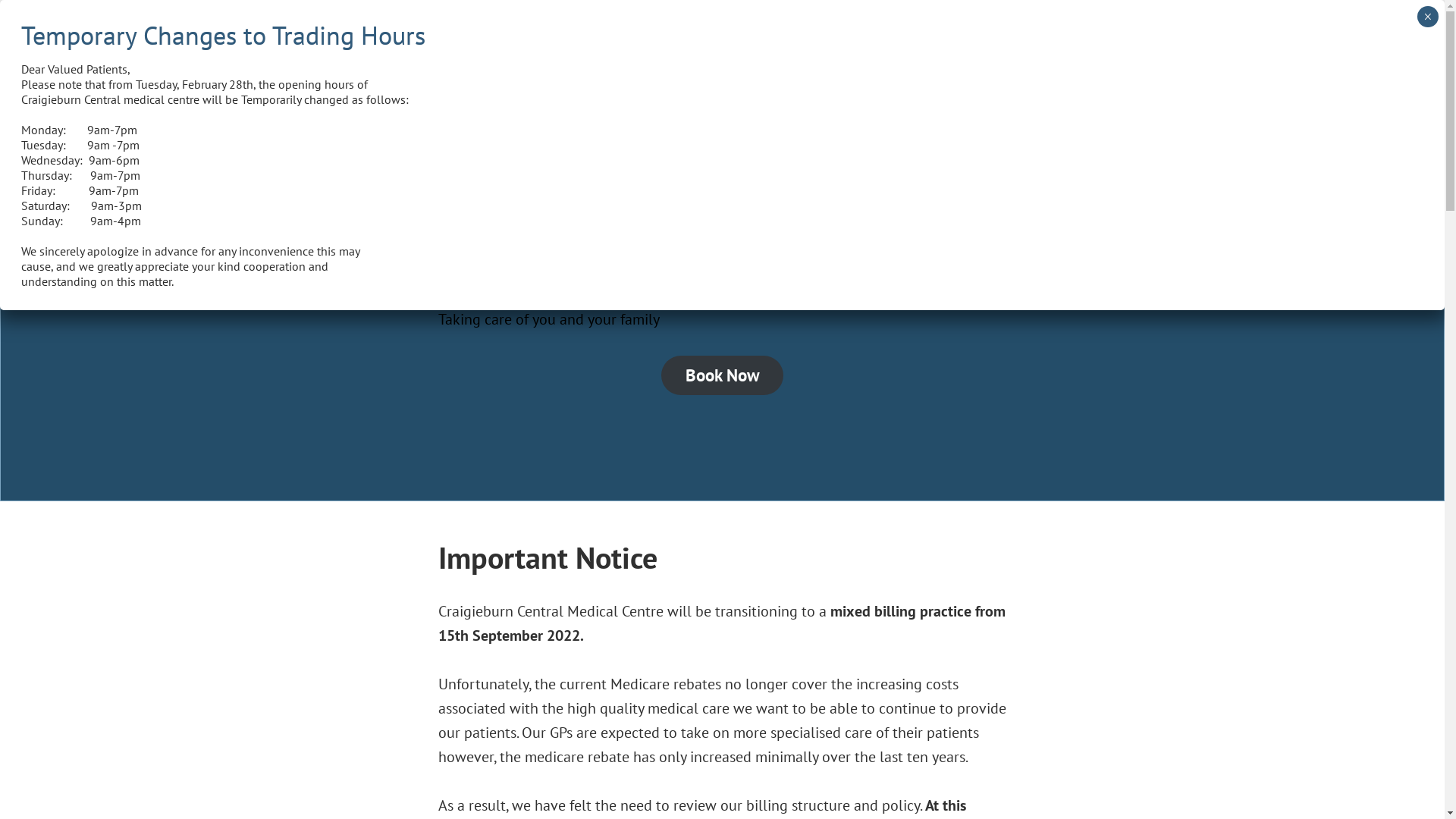 The image size is (1456, 819). What do you see at coordinates (895, 45) in the screenshot?
I see `'Our Team'` at bounding box center [895, 45].